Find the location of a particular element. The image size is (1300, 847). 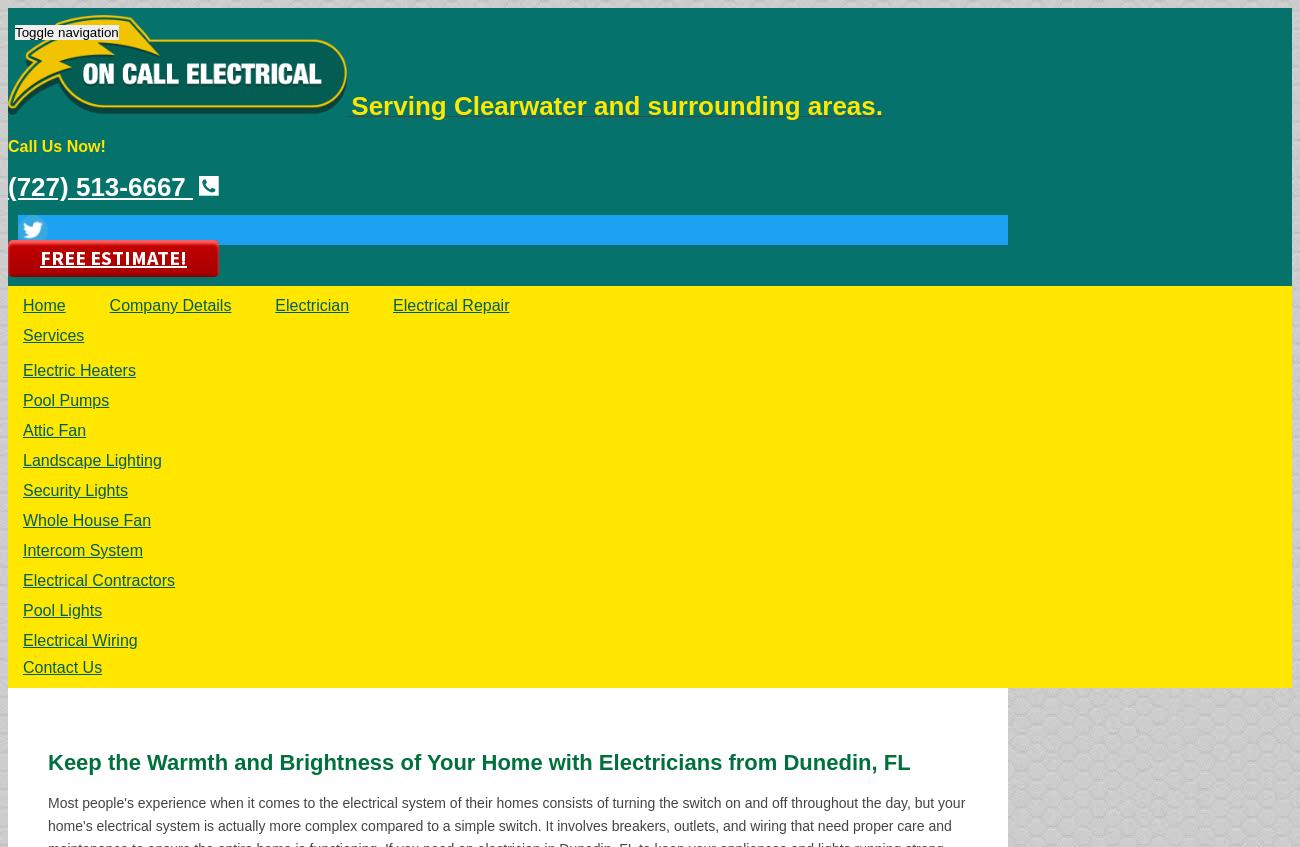

'Electric Heaters' is located at coordinates (79, 369).